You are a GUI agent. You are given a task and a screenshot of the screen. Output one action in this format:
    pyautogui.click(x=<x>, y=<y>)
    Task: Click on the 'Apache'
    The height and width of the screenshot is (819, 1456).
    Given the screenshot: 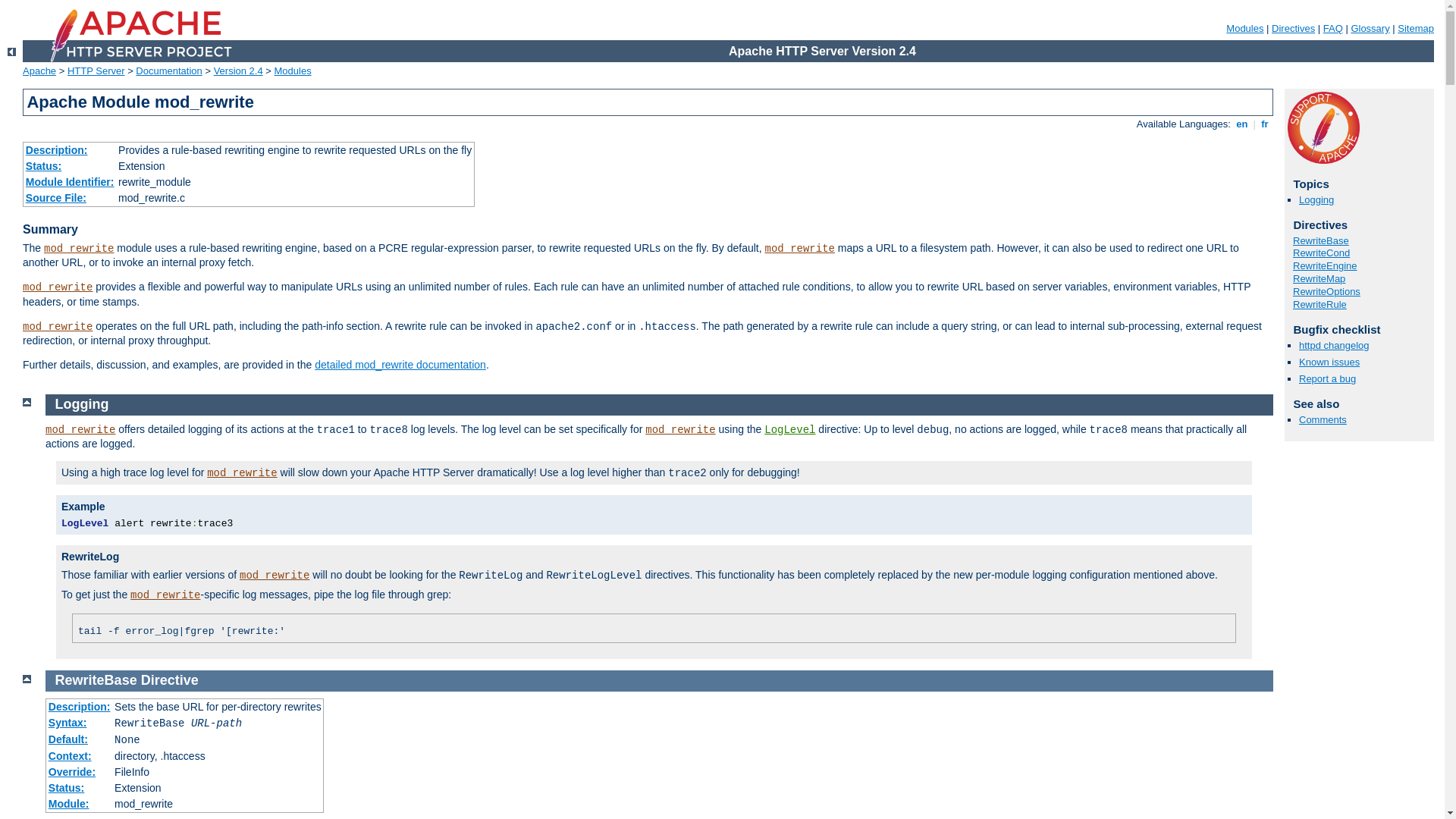 What is the action you would take?
    pyautogui.click(x=39, y=71)
    